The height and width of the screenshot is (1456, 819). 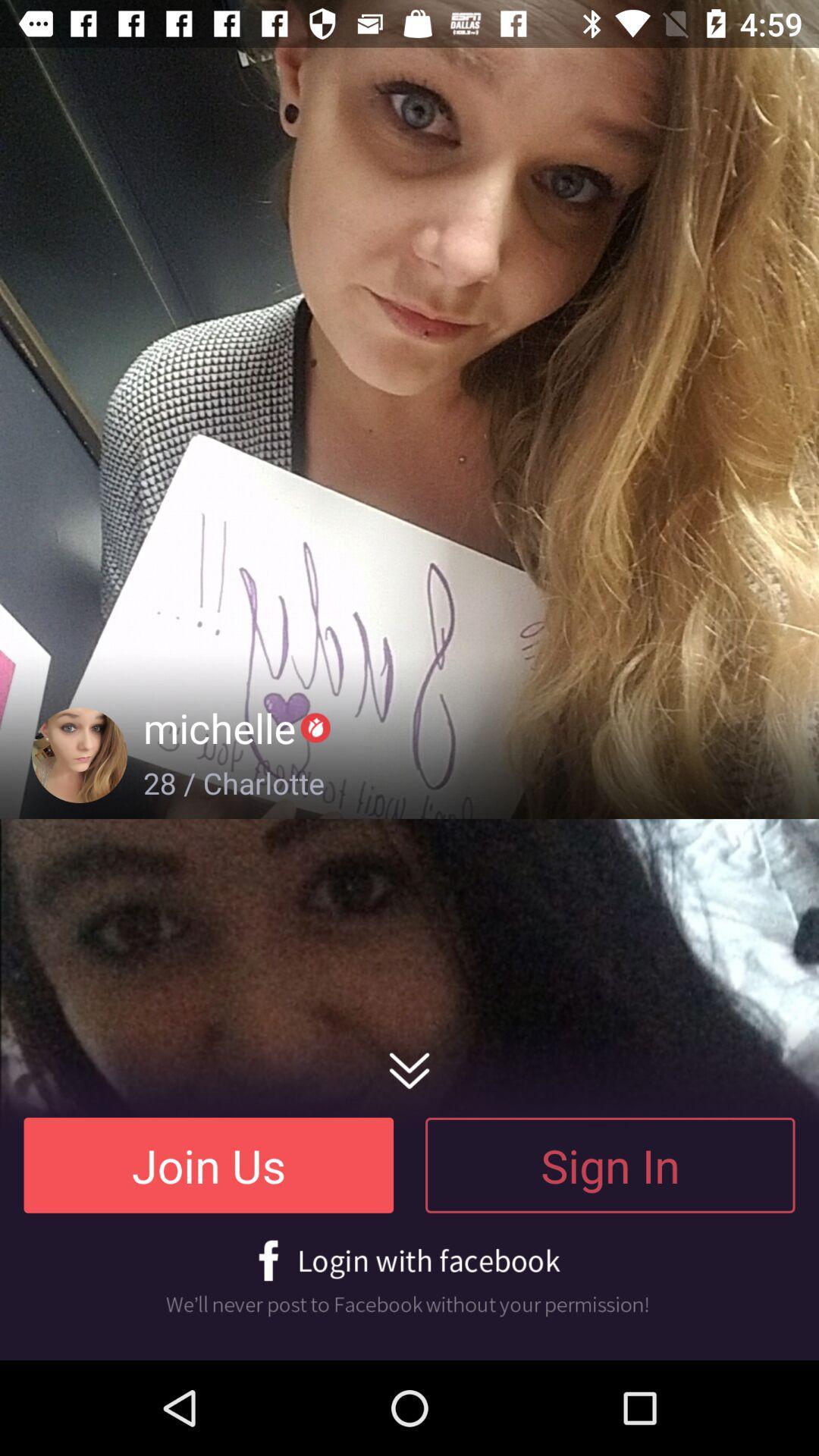 What do you see at coordinates (409, 1278) in the screenshot?
I see `login facebook` at bounding box center [409, 1278].